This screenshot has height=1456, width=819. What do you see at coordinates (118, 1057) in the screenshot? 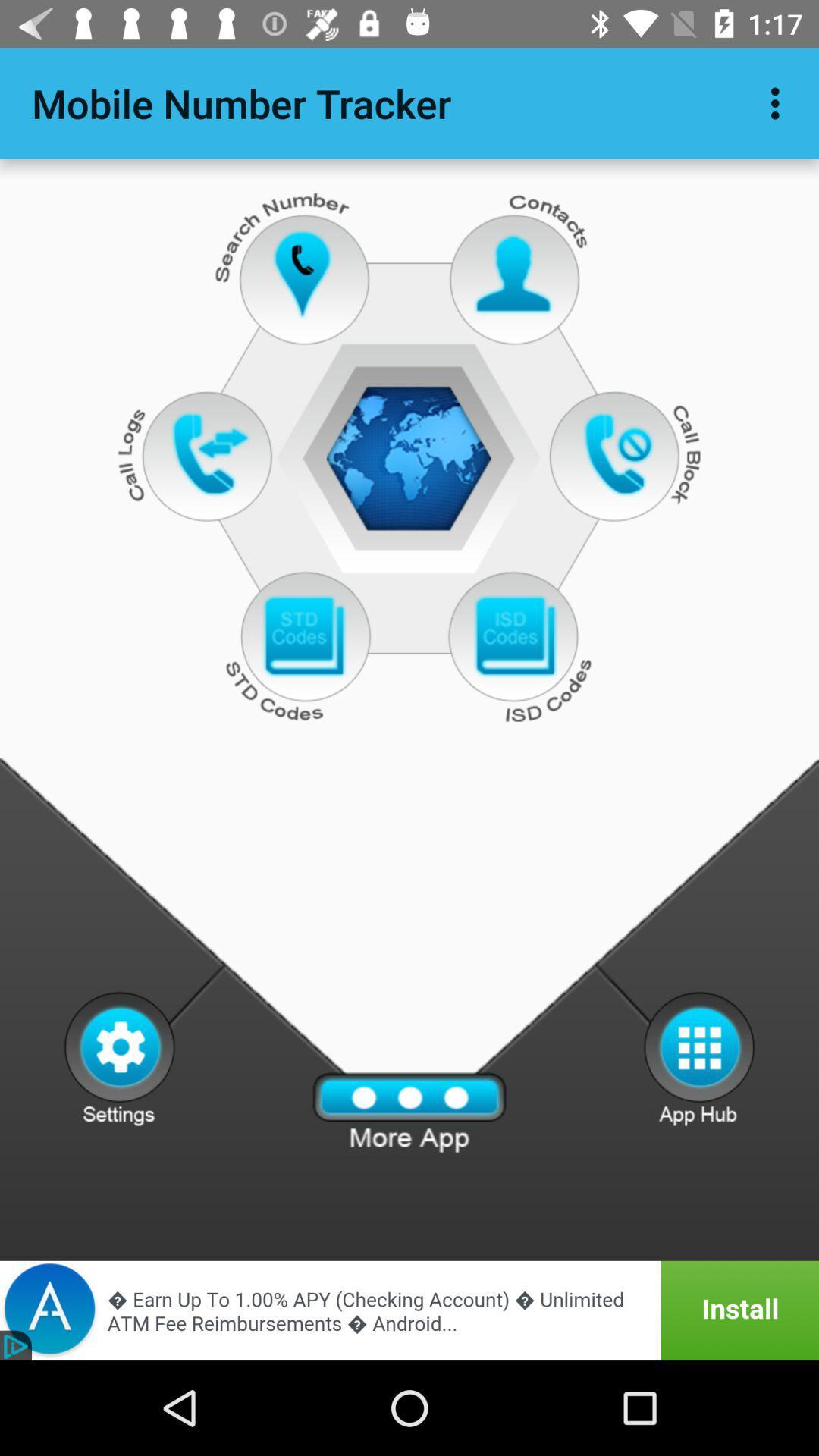
I see `click for settings` at bounding box center [118, 1057].